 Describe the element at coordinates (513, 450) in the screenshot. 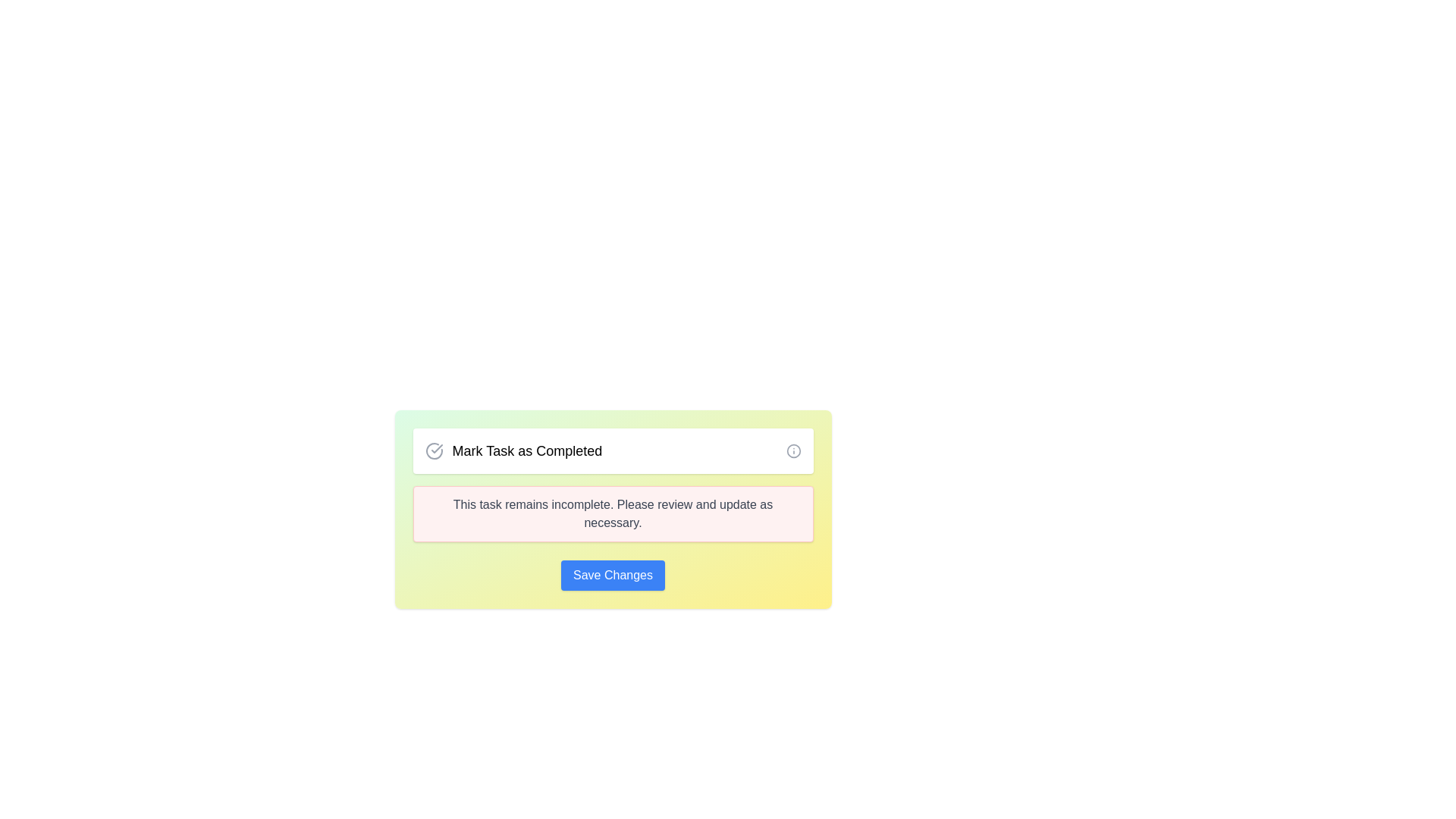

I see `the 'Mark Task as Completed' text label with a circular check icon` at that location.